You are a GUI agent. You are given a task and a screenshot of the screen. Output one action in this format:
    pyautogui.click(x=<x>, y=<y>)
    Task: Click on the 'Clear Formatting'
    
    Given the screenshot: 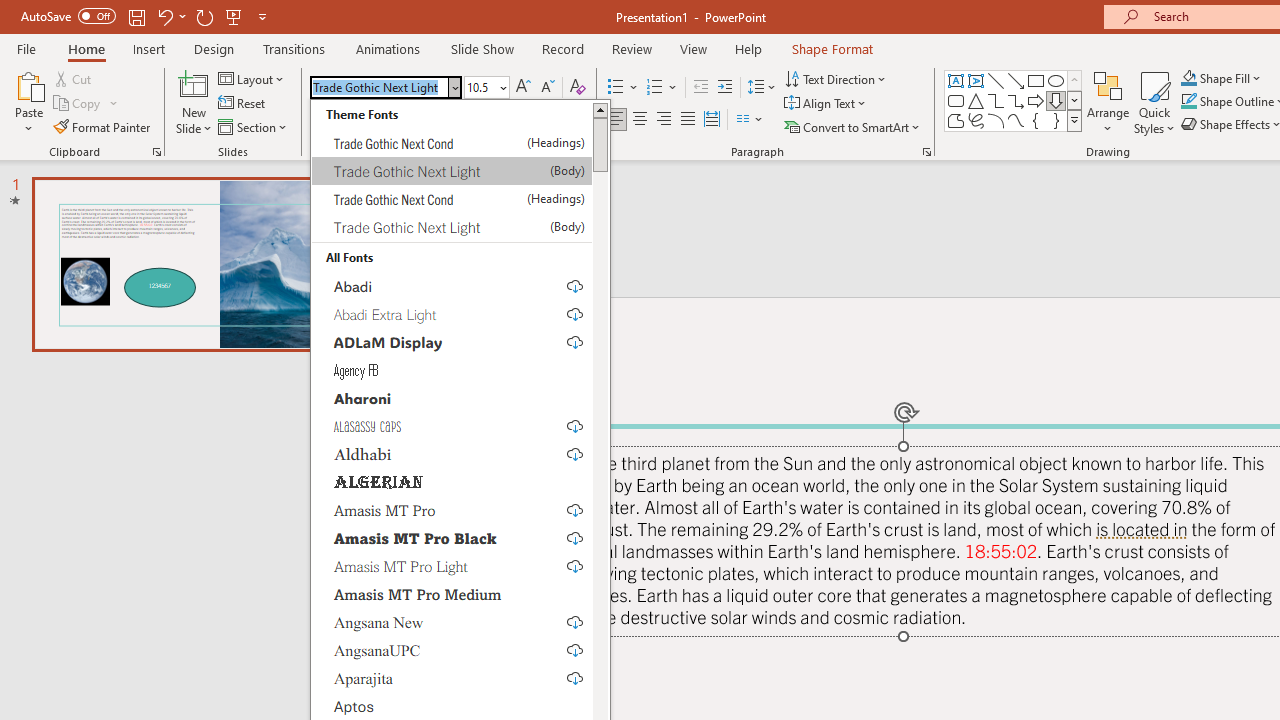 What is the action you would take?
    pyautogui.click(x=576, y=86)
    